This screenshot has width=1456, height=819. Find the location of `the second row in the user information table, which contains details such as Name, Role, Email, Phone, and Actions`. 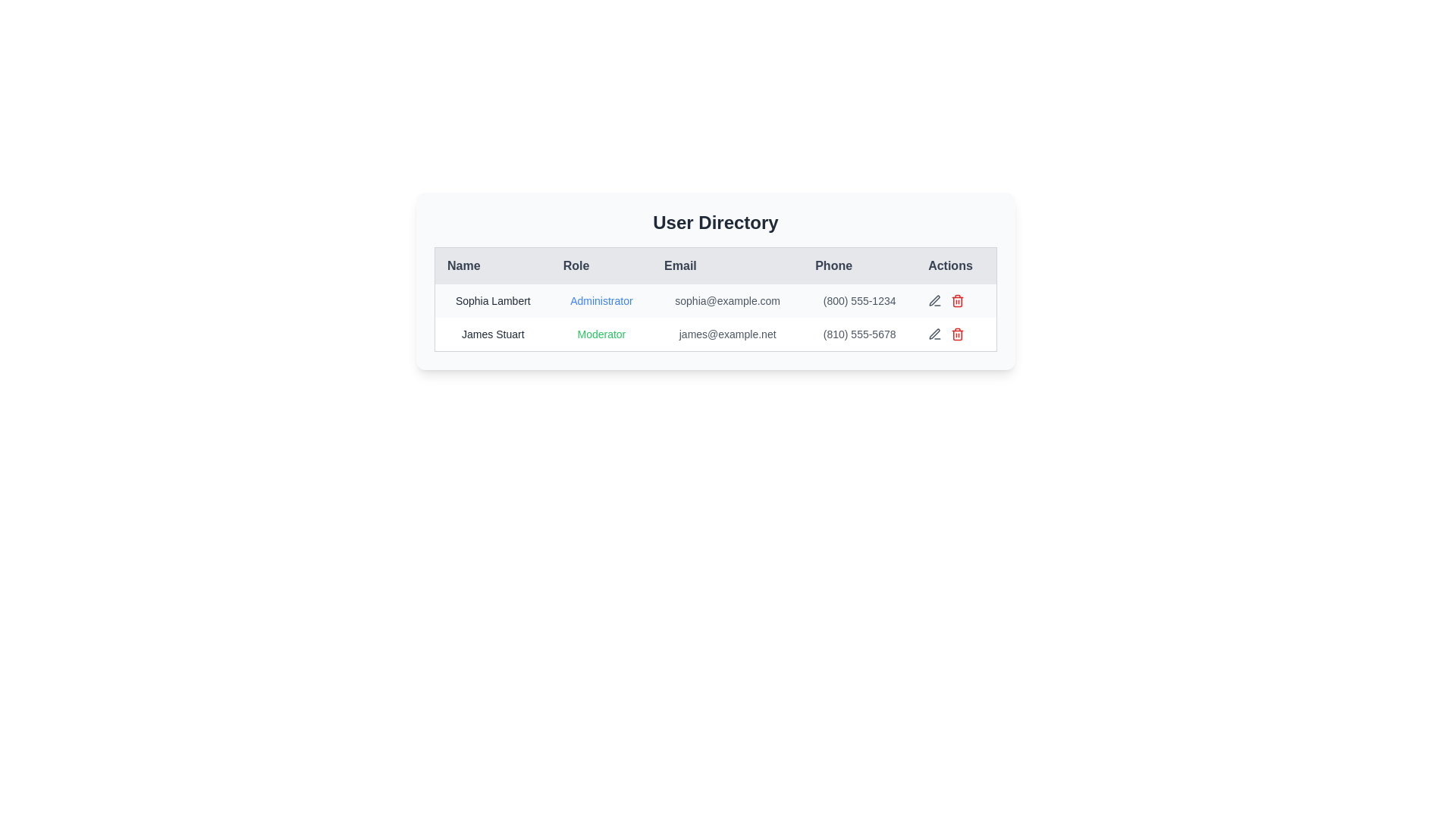

the second row in the user information table, which contains details such as Name, Role, Email, Phone, and Actions is located at coordinates (715, 317).